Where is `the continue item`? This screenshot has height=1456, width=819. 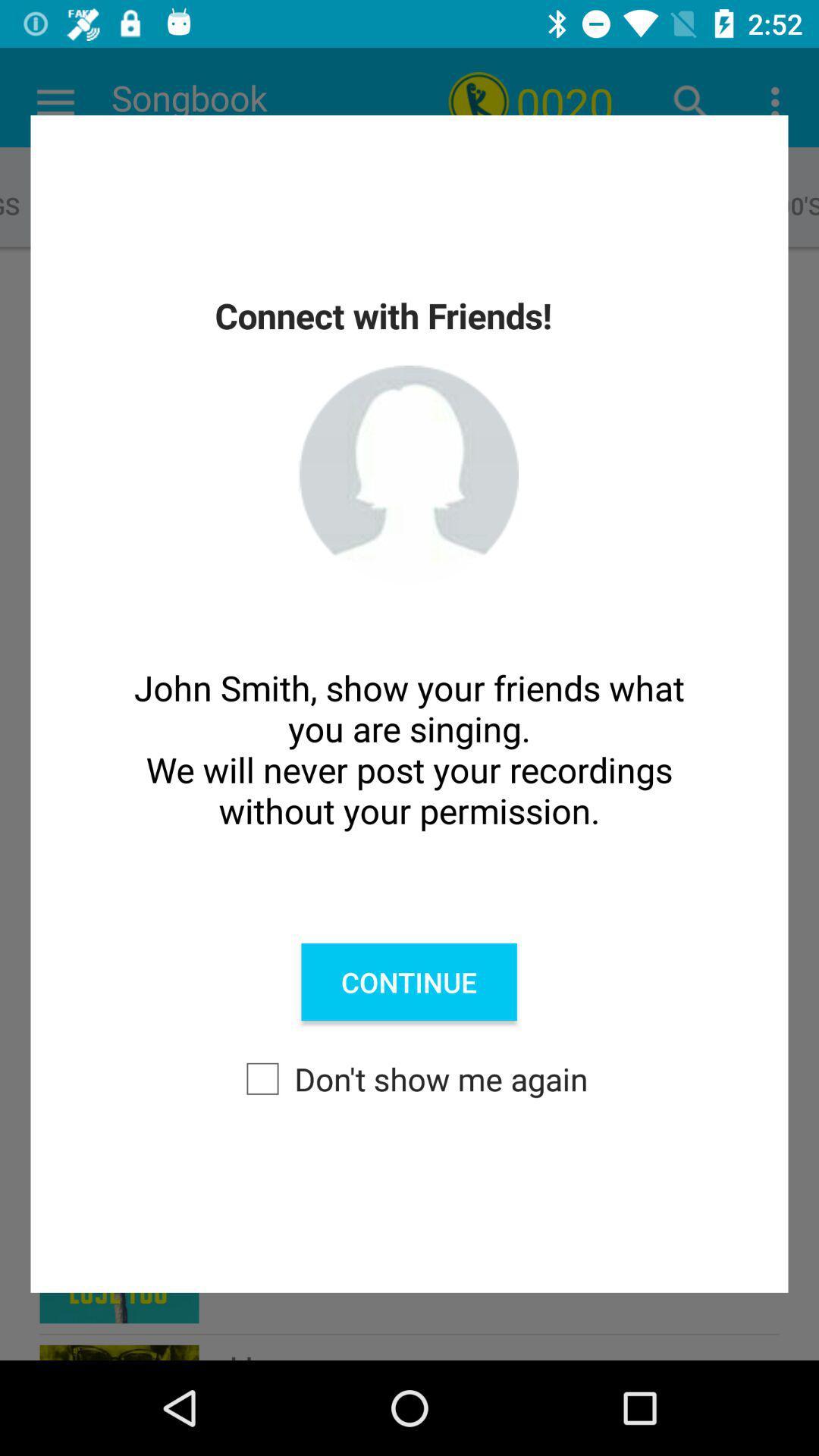 the continue item is located at coordinates (408, 982).